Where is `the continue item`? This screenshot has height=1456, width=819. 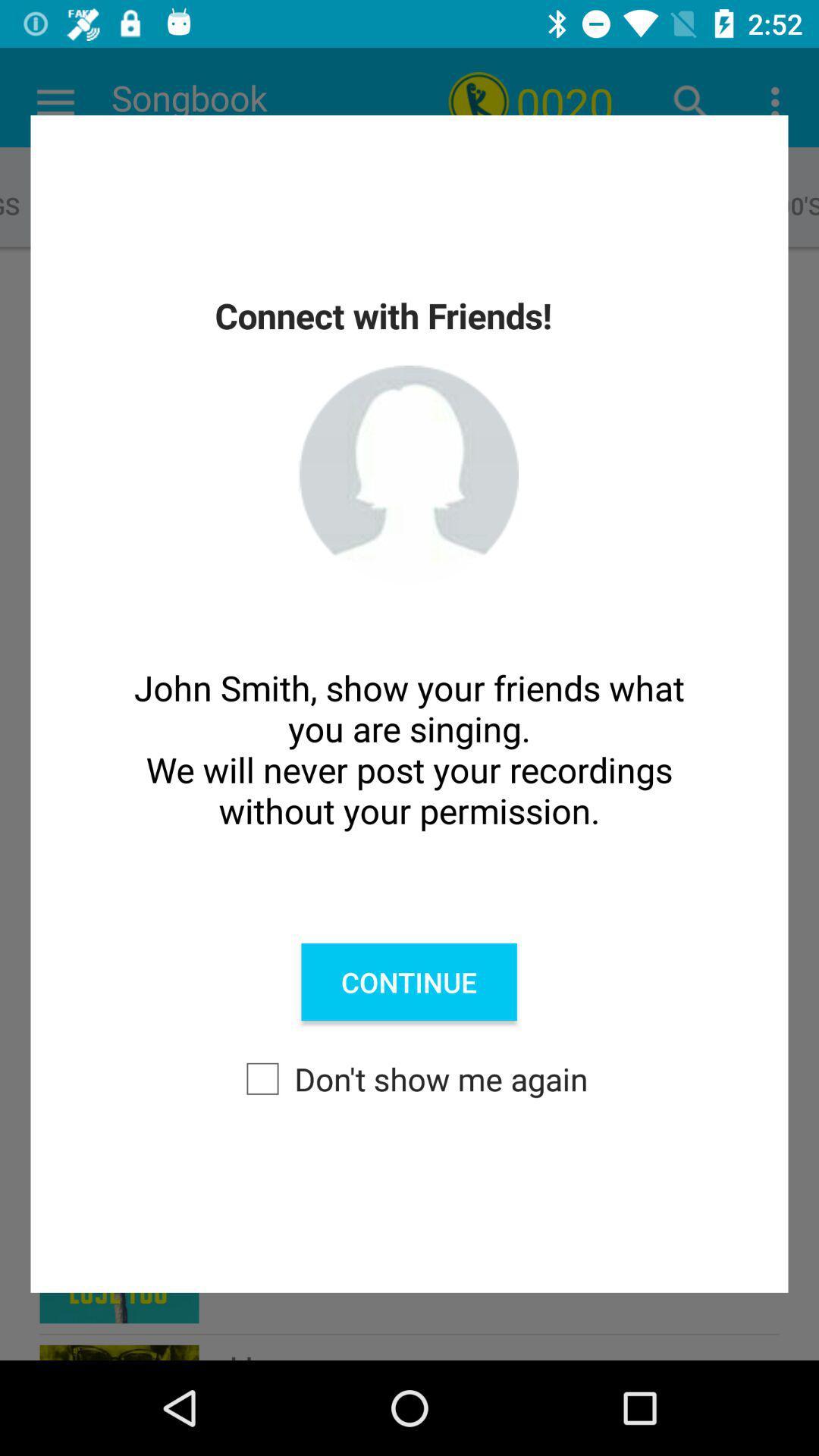 the continue item is located at coordinates (408, 982).